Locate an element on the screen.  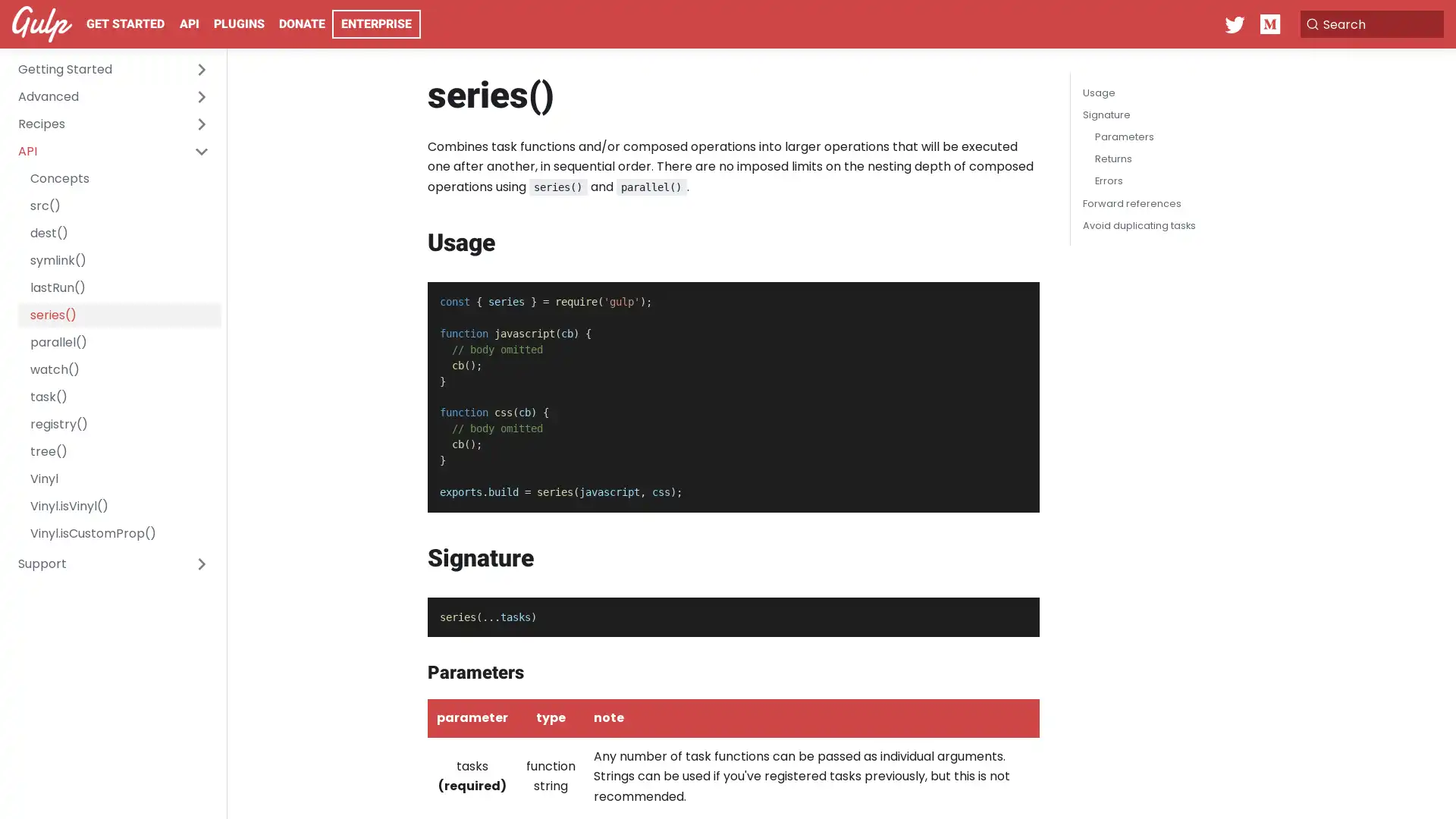
Copy code to clipboard is located at coordinates (1015, 613).